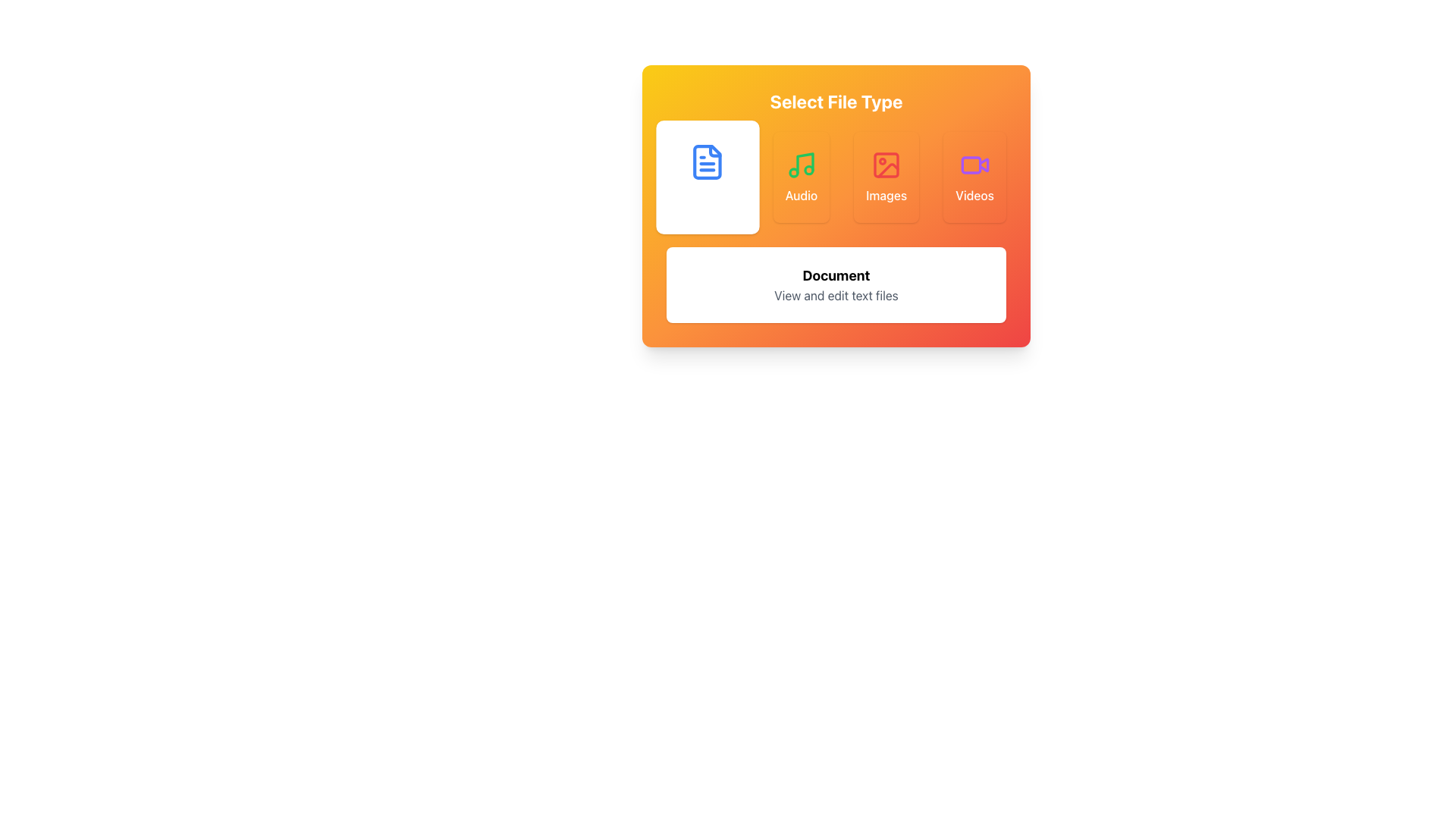 The height and width of the screenshot is (819, 1456). Describe the element at coordinates (971, 165) in the screenshot. I see `the decorative rectangle with rounded corners and an orange background located inside the video player icon, which is the fourth icon from the left in the file type selection options` at that location.